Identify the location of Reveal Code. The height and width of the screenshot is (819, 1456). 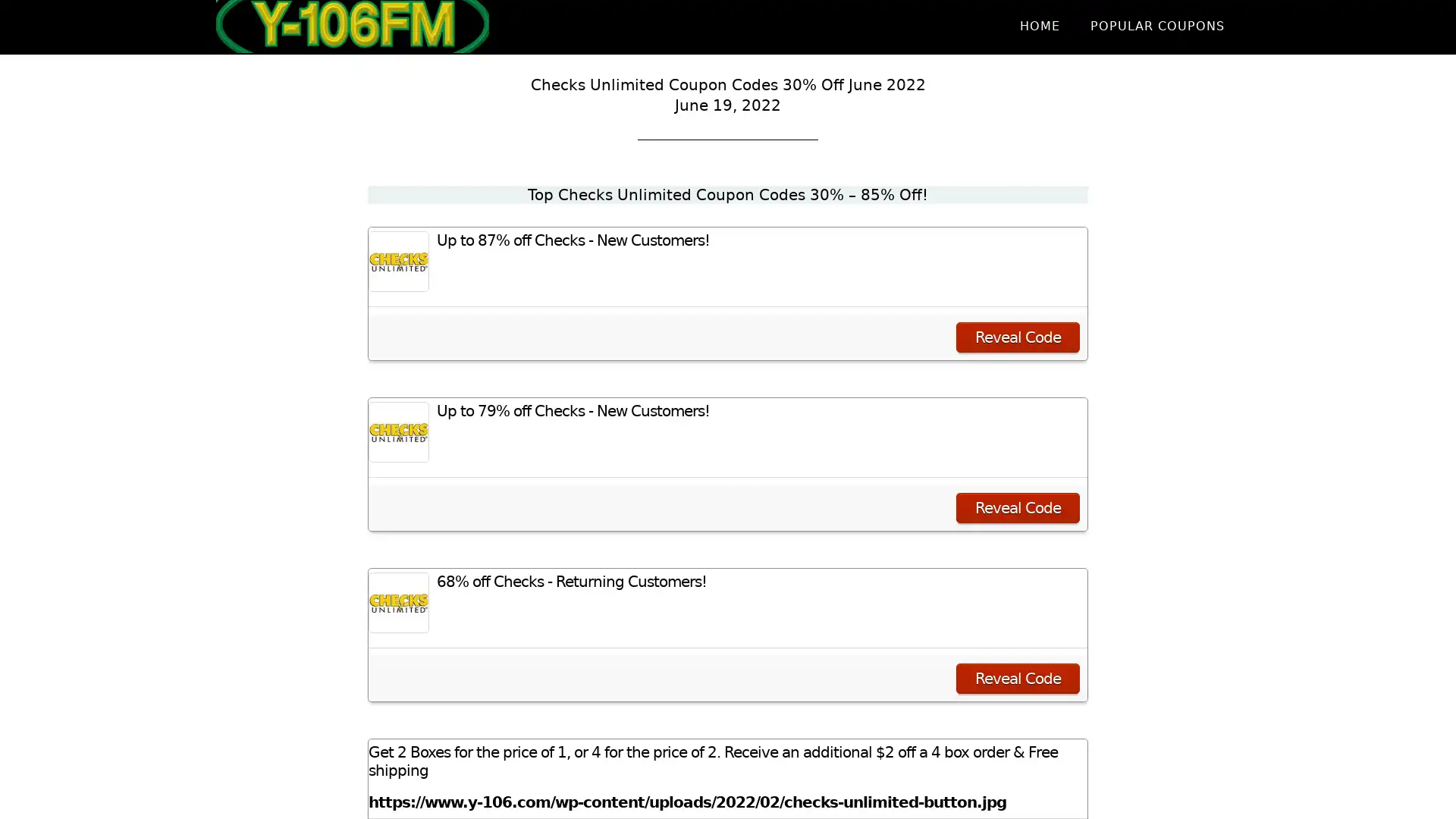
(1018, 677).